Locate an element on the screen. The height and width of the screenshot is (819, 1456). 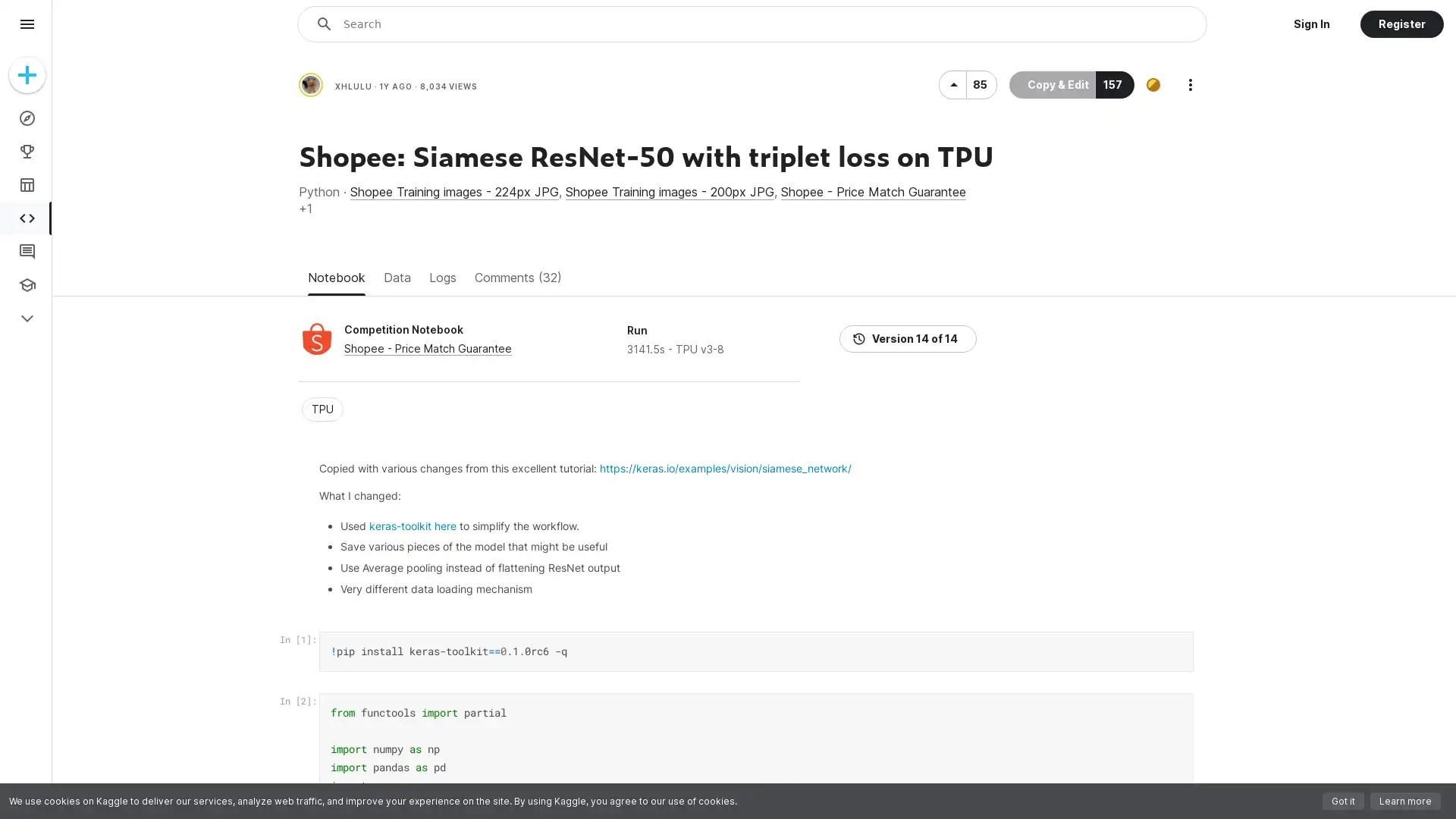
menu is located at coordinates (27, 24).